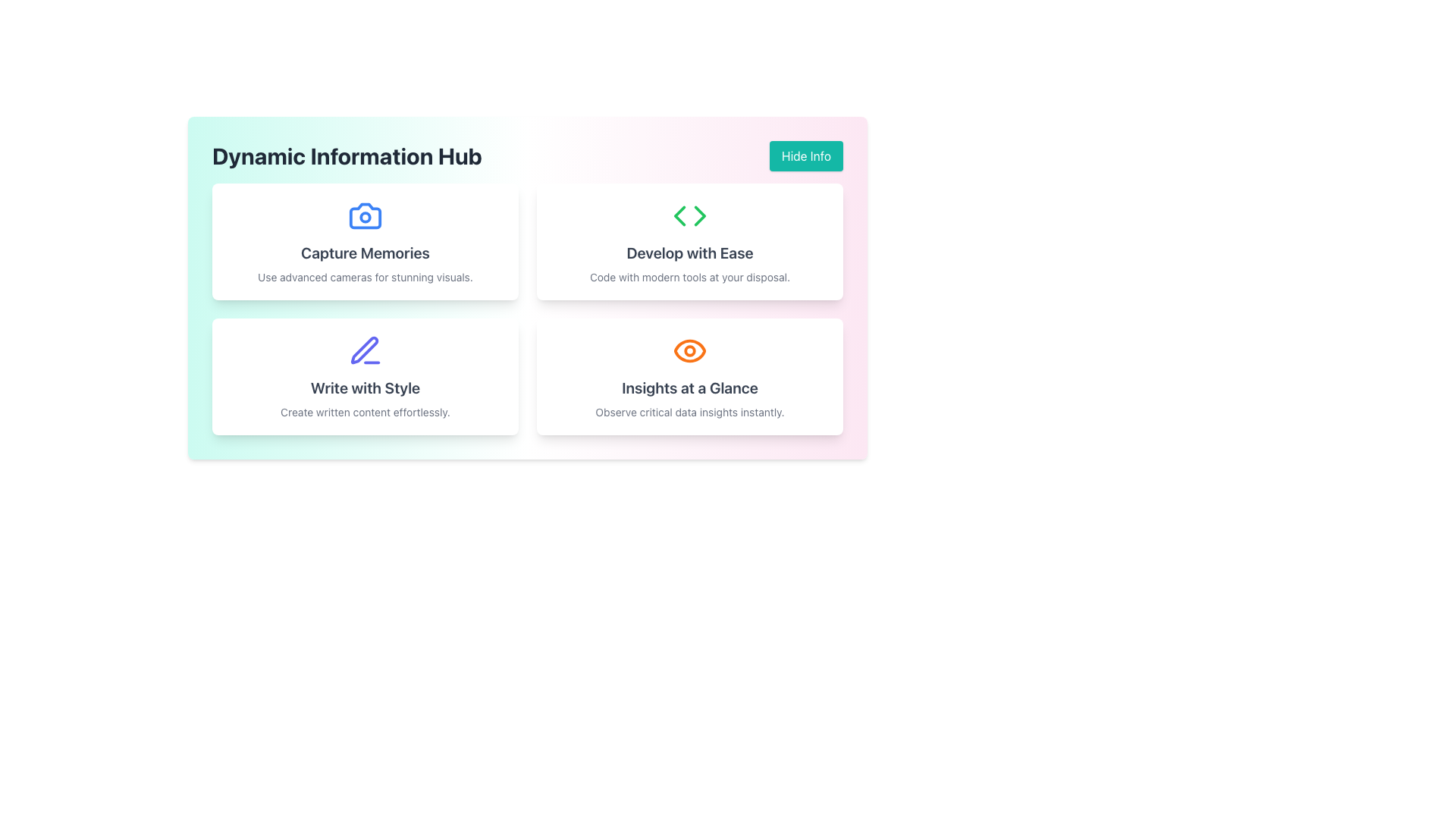 This screenshot has height=819, width=1456. What do you see at coordinates (689, 376) in the screenshot?
I see `the rectangular card with a white background and rounded corners, featuring an orange eye icon and the text 'Insights at a Glance'` at bounding box center [689, 376].